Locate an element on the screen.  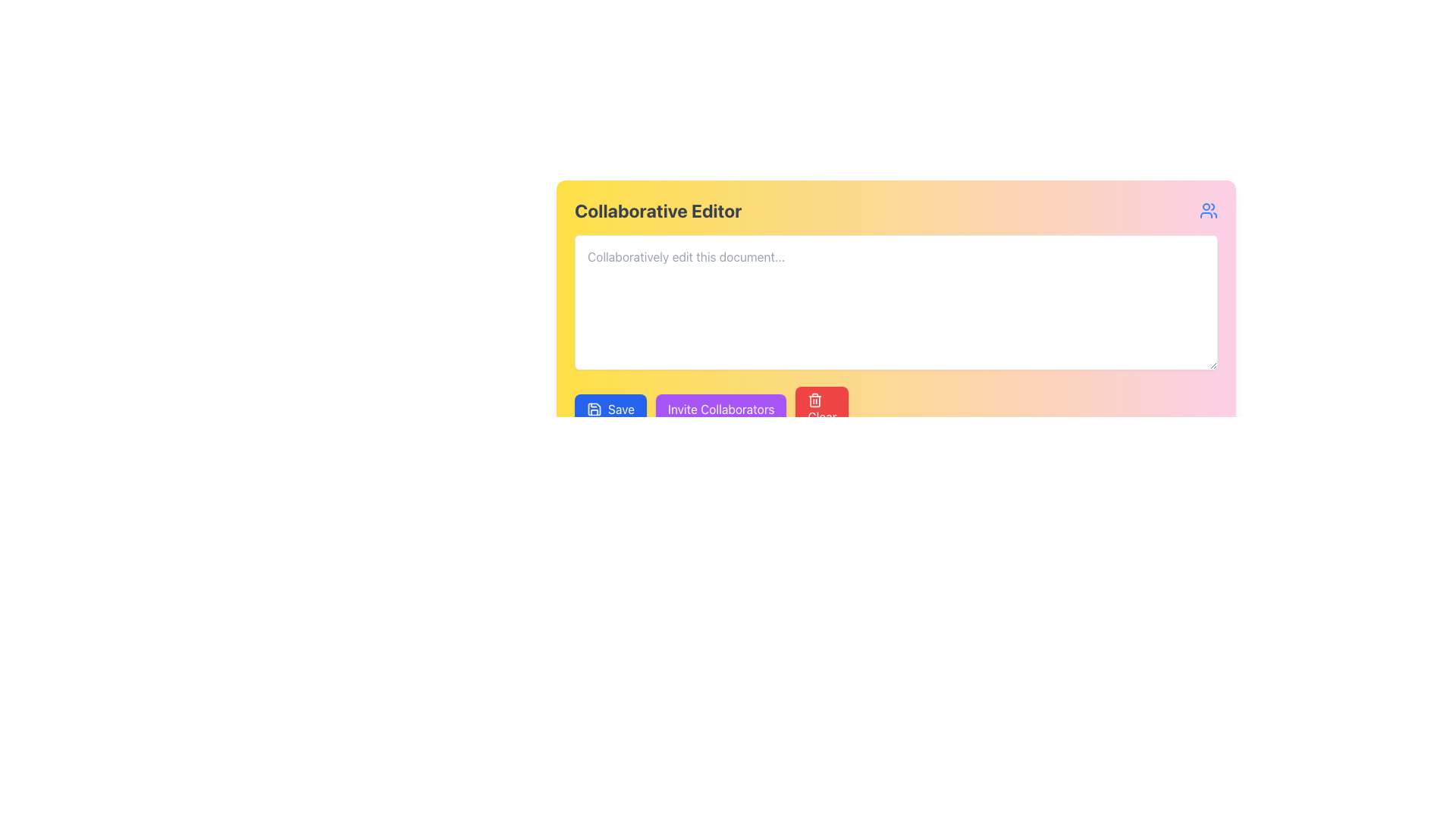
the prominent text label 'Collaborative Editor' styled in bold against a yellowish gradient background is located at coordinates (658, 210).